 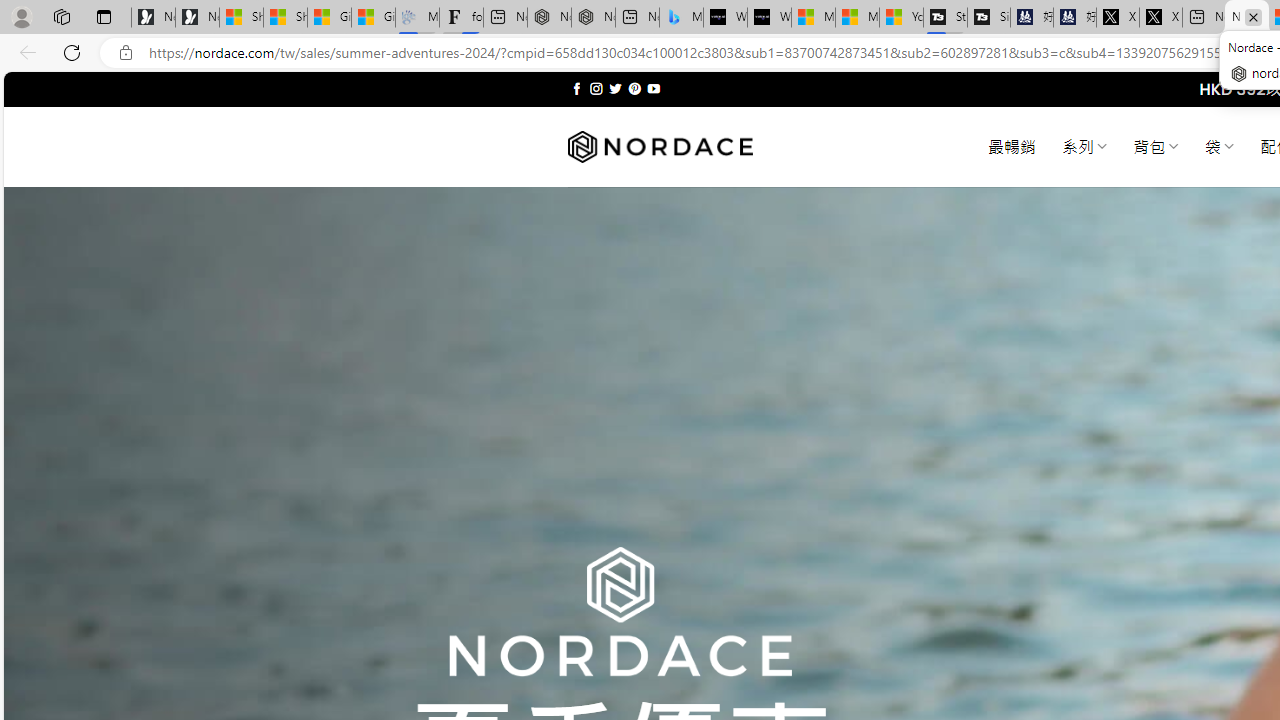 I want to click on 'Follow on YouTube', so click(x=653, y=88).